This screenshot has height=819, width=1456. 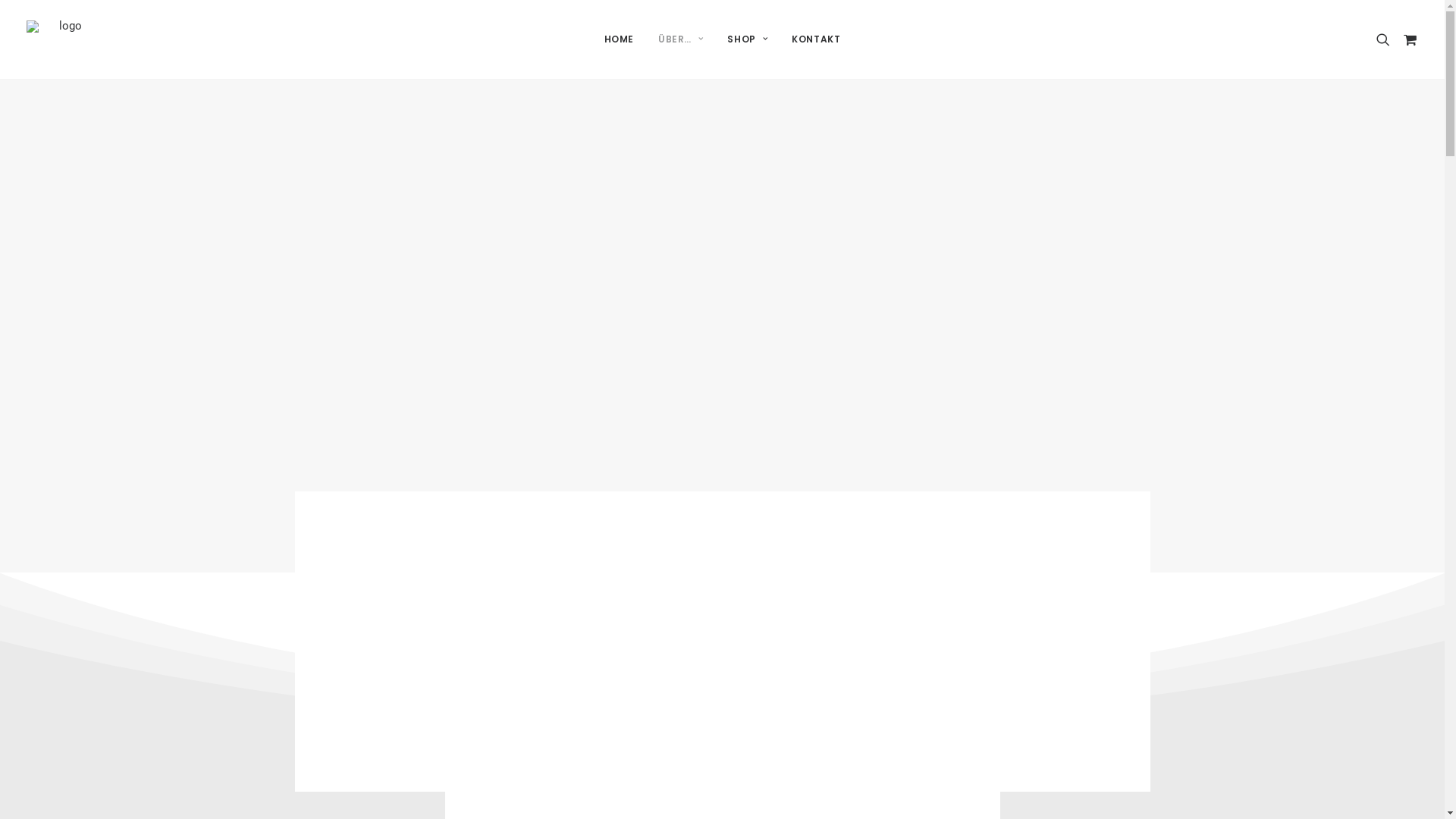 I want to click on 'SHOP', so click(x=747, y=38).